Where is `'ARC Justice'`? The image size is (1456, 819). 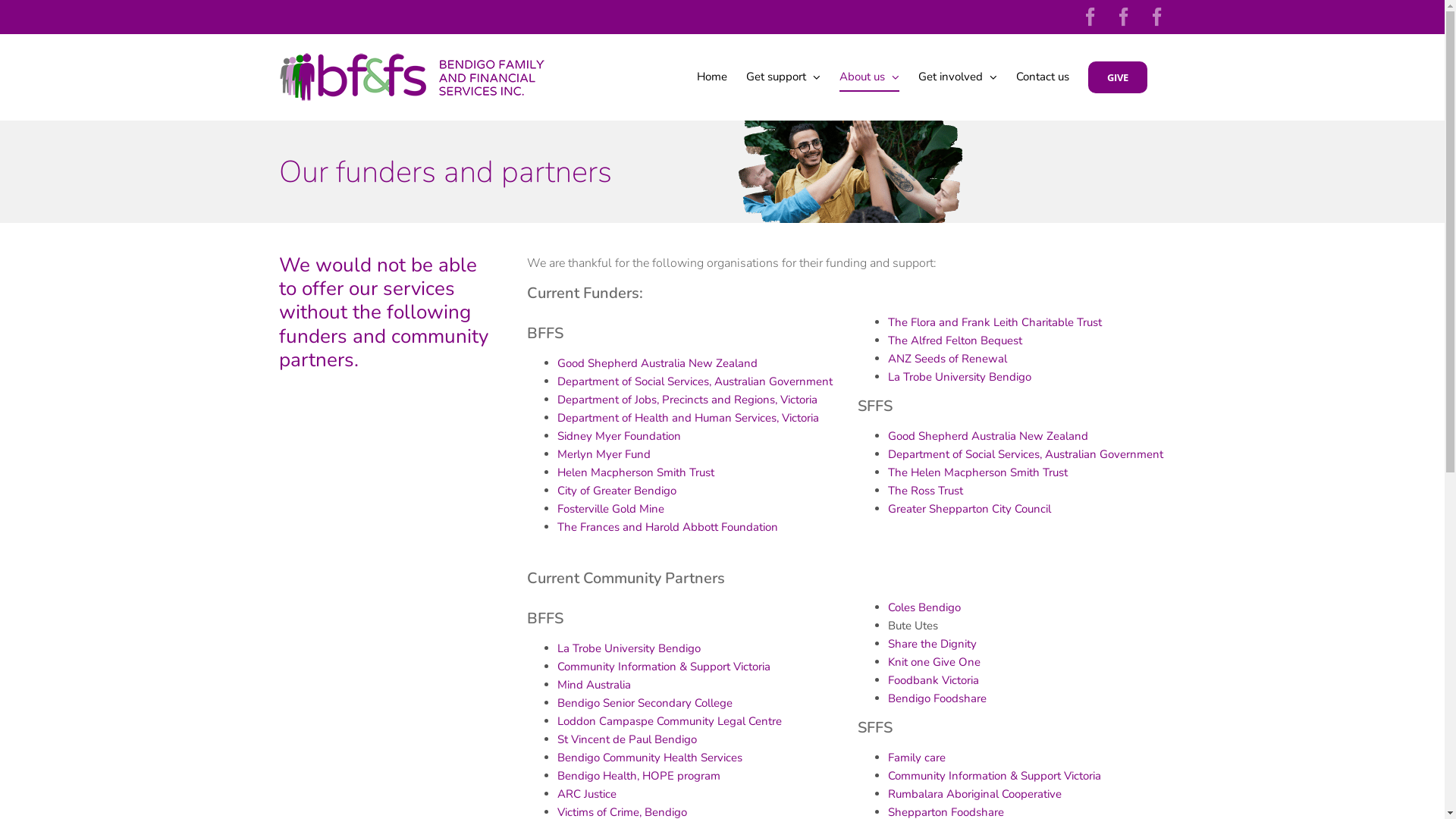
'ARC Justice' is located at coordinates (585, 792).